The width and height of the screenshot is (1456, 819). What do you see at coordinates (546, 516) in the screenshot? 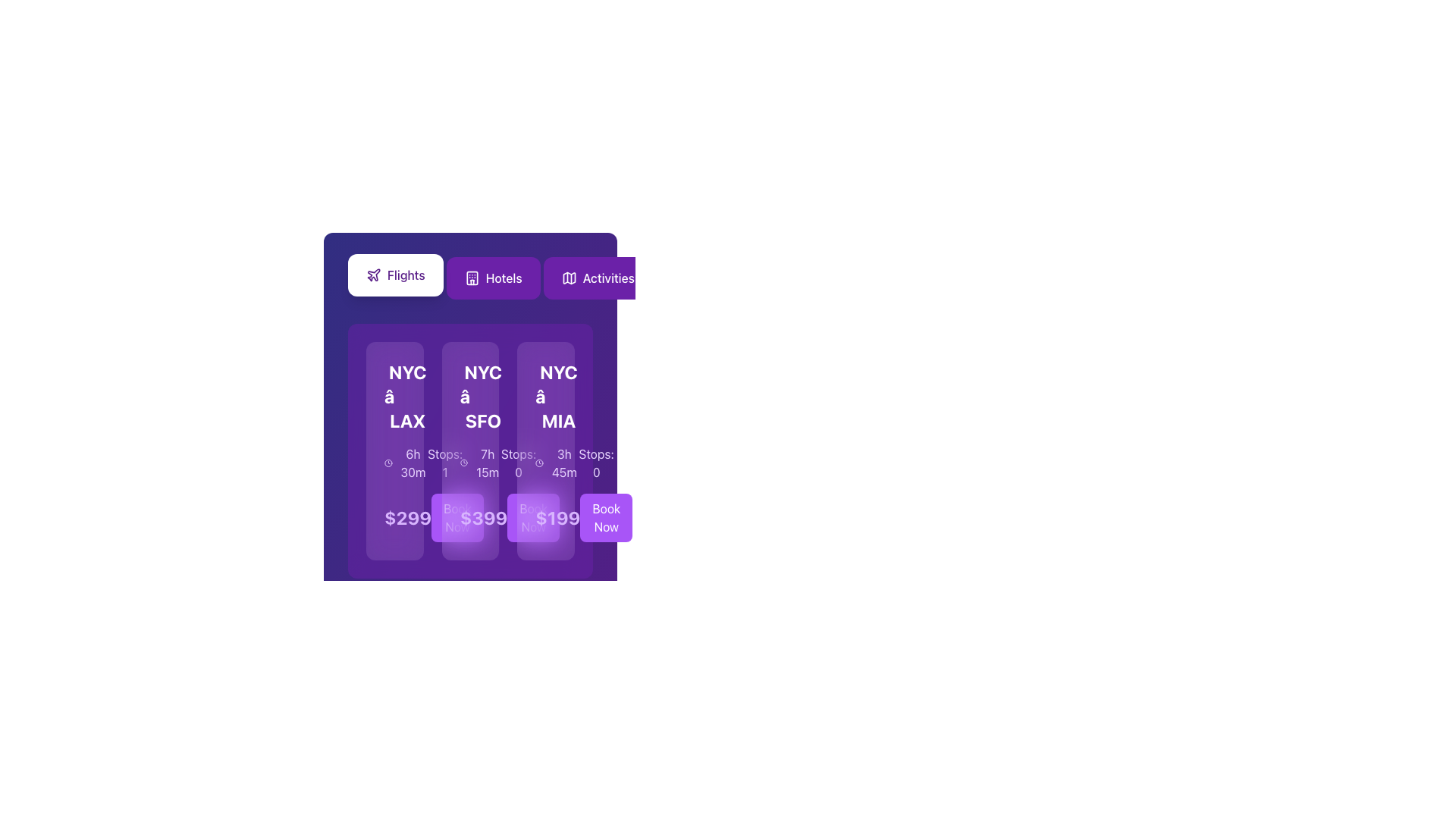
I see `the 'Book Now' button located in the card titled 'NYC â MIA', positioned to the right of the price display showing '$199'` at bounding box center [546, 516].